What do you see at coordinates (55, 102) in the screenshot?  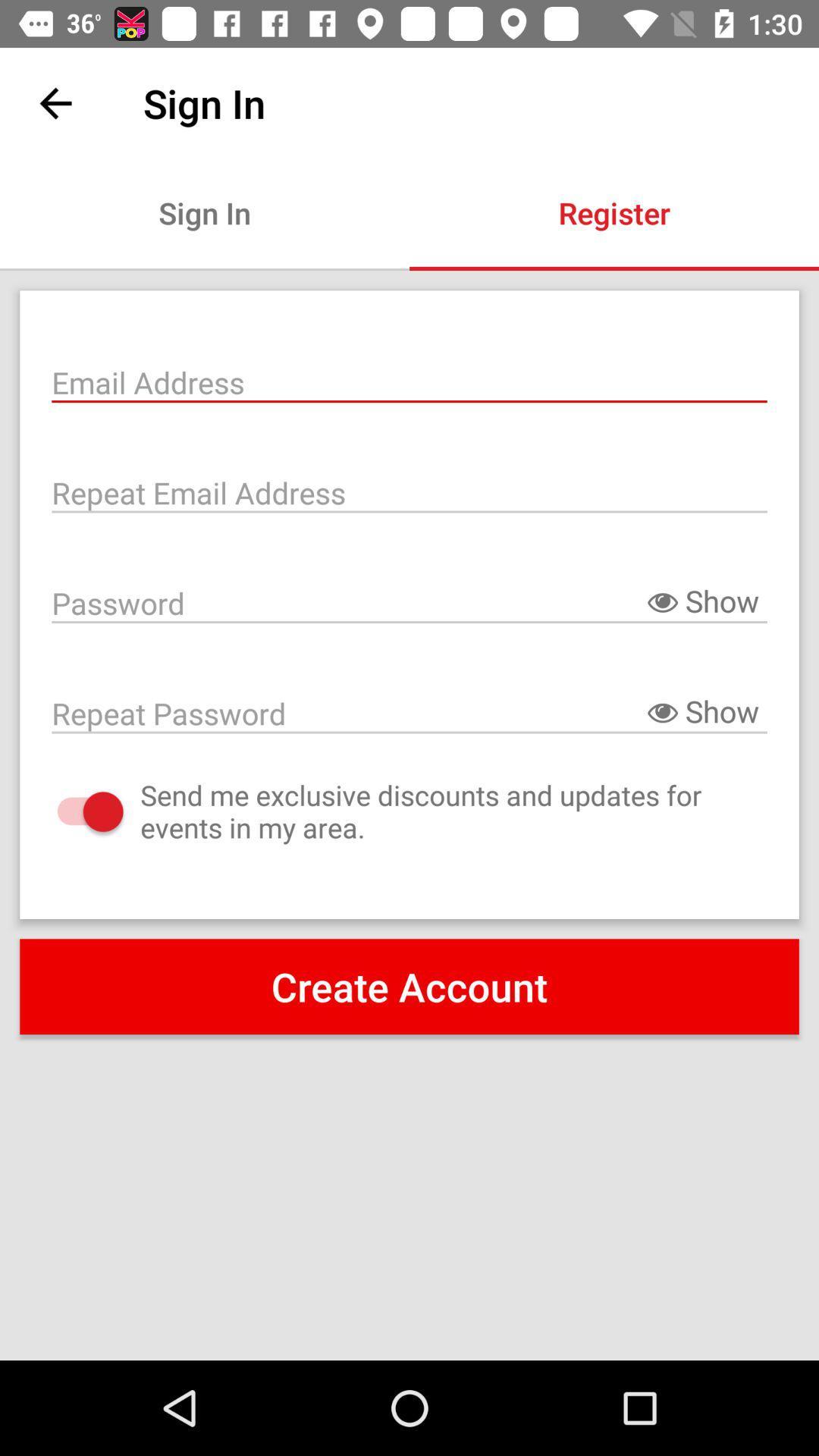 I see `the icon next to sign in` at bounding box center [55, 102].